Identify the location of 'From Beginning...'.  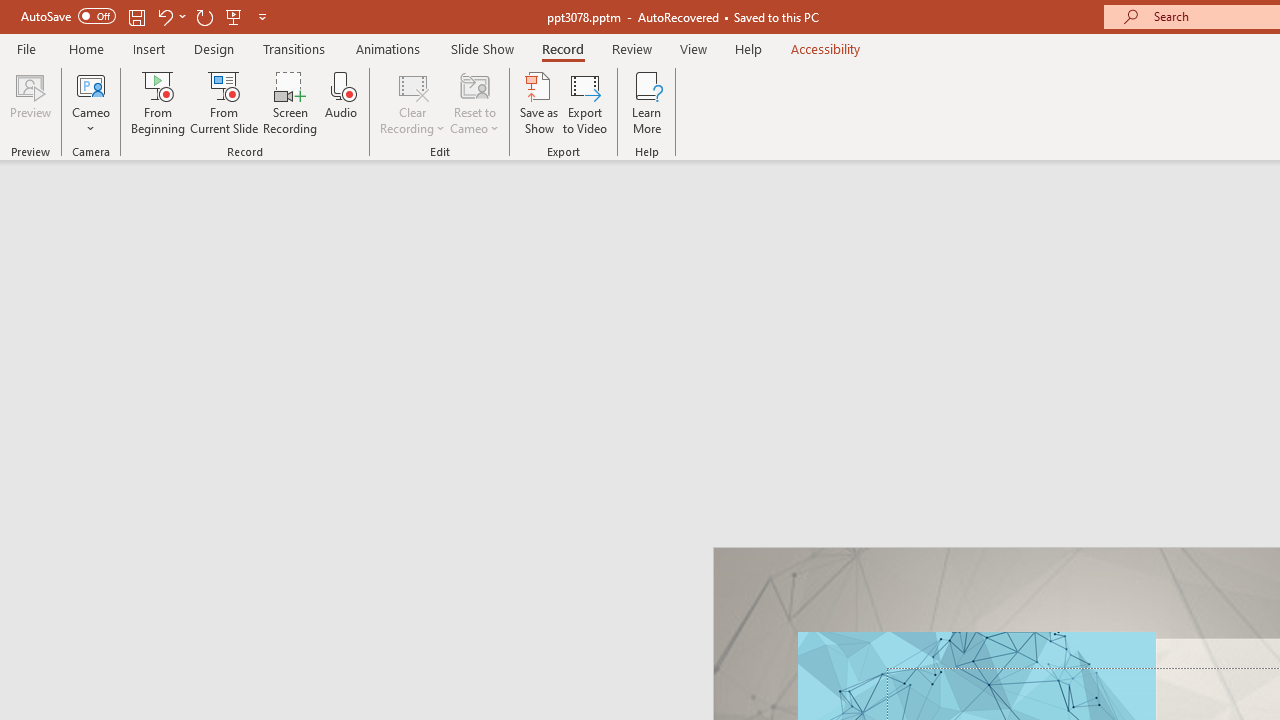
(157, 103).